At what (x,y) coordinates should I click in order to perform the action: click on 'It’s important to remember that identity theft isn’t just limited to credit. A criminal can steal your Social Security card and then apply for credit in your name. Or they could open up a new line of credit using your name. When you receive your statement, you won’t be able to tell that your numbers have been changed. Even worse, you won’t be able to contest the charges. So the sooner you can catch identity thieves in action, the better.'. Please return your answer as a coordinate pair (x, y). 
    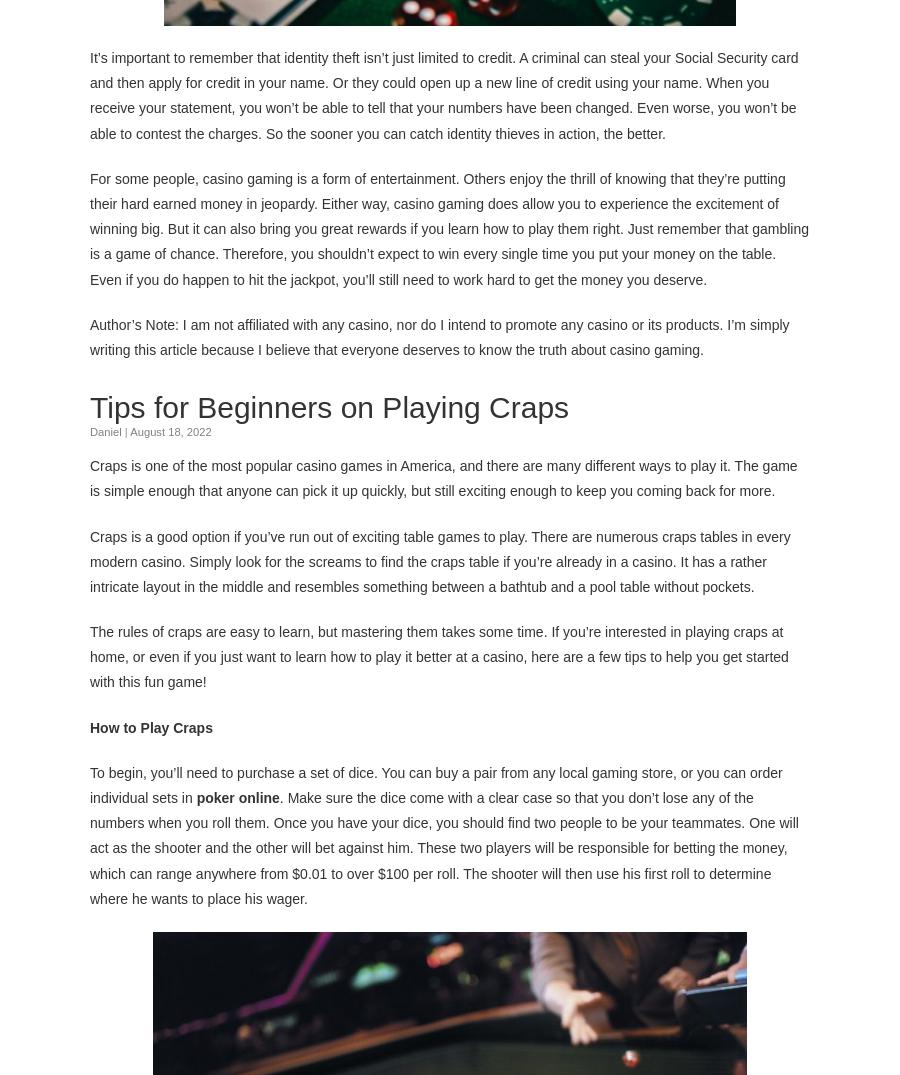
    Looking at the image, I should click on (443, 94).